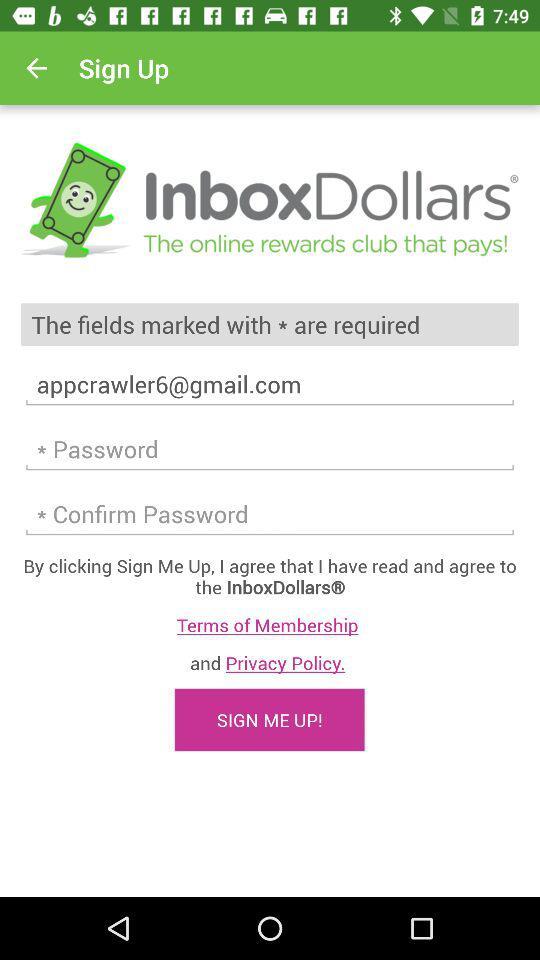  Describe the element at coordinates (270, 324) in the screenshot. I see `the the fields marked item` at that location.